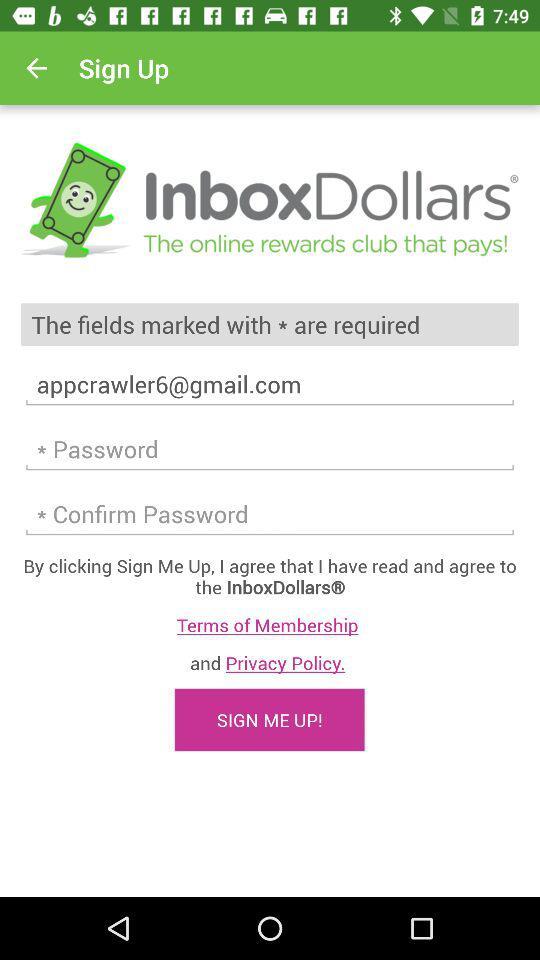  Describe the element at coordinates (270, 324) in the screenshot. I see `the the fields marked item` at that location.